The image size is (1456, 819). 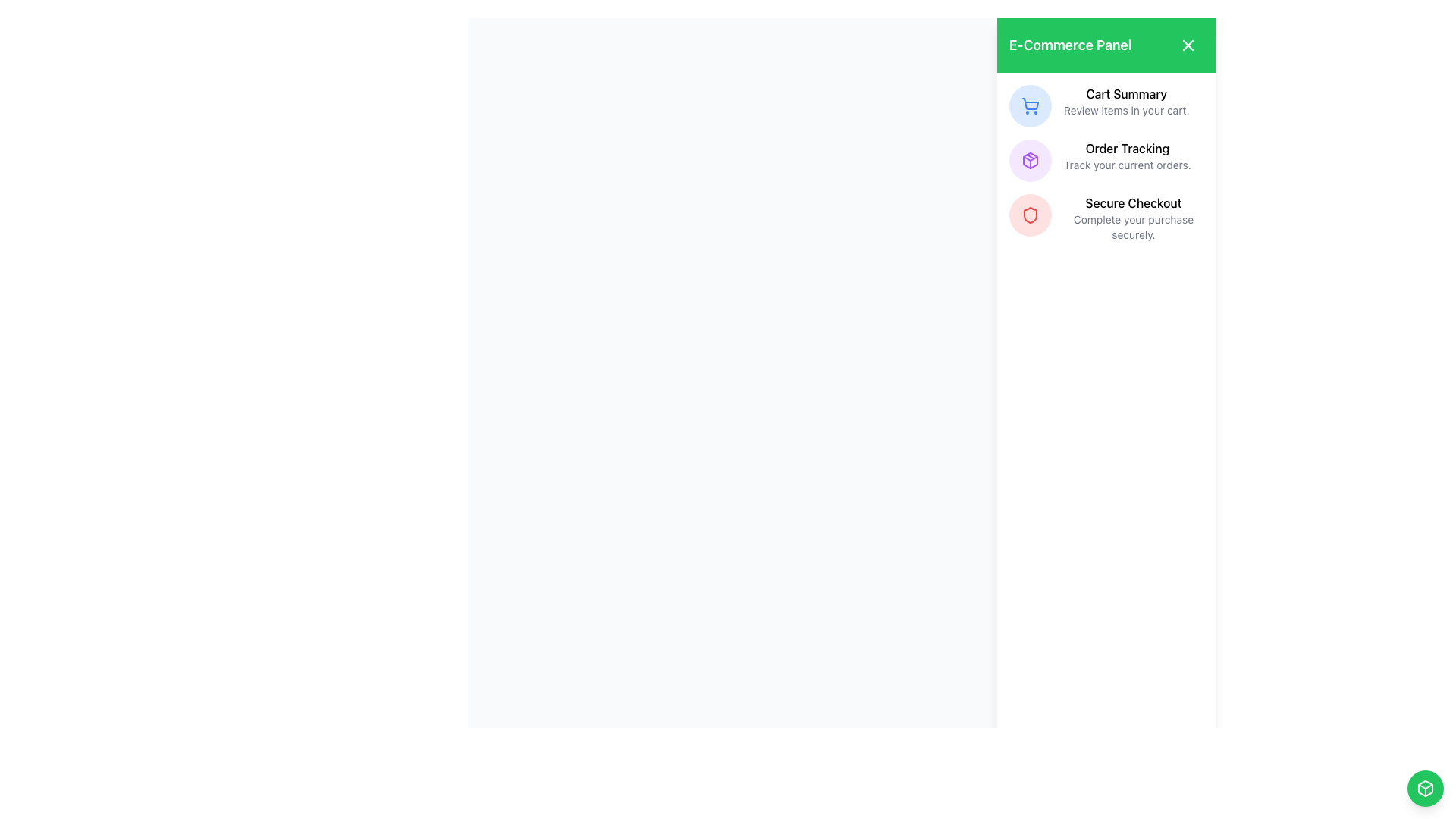 What do you see at coordinates (1127, 155) in the screenshot?
I see `the 'Order Tracking' text label that displays in bold with the subtext 'Track your current orders', located in the right-hand navigation panel below 'Cart Summary' and above 'Secure Checkout'` at bounding box center [1127, 155].